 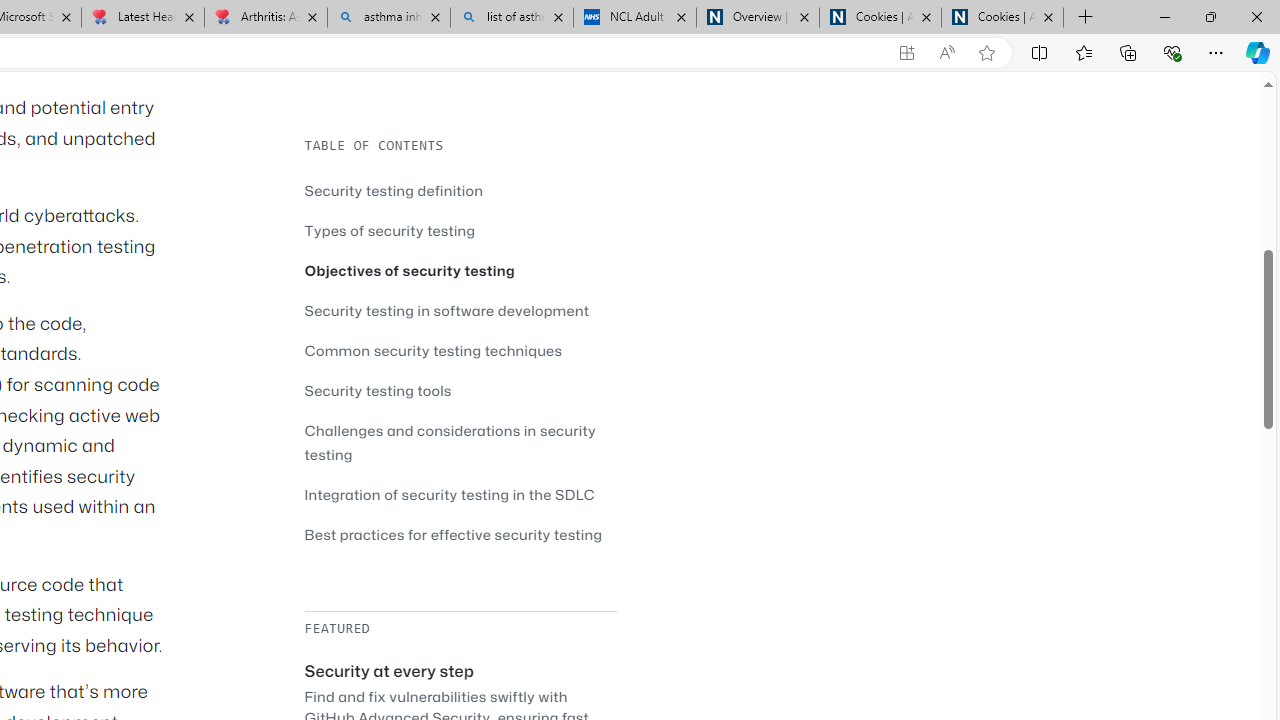 What do you see at coordinates (432, 349) in the screenshot?
I see `'Common security testing techniques'` at bounding box center [432, 349].